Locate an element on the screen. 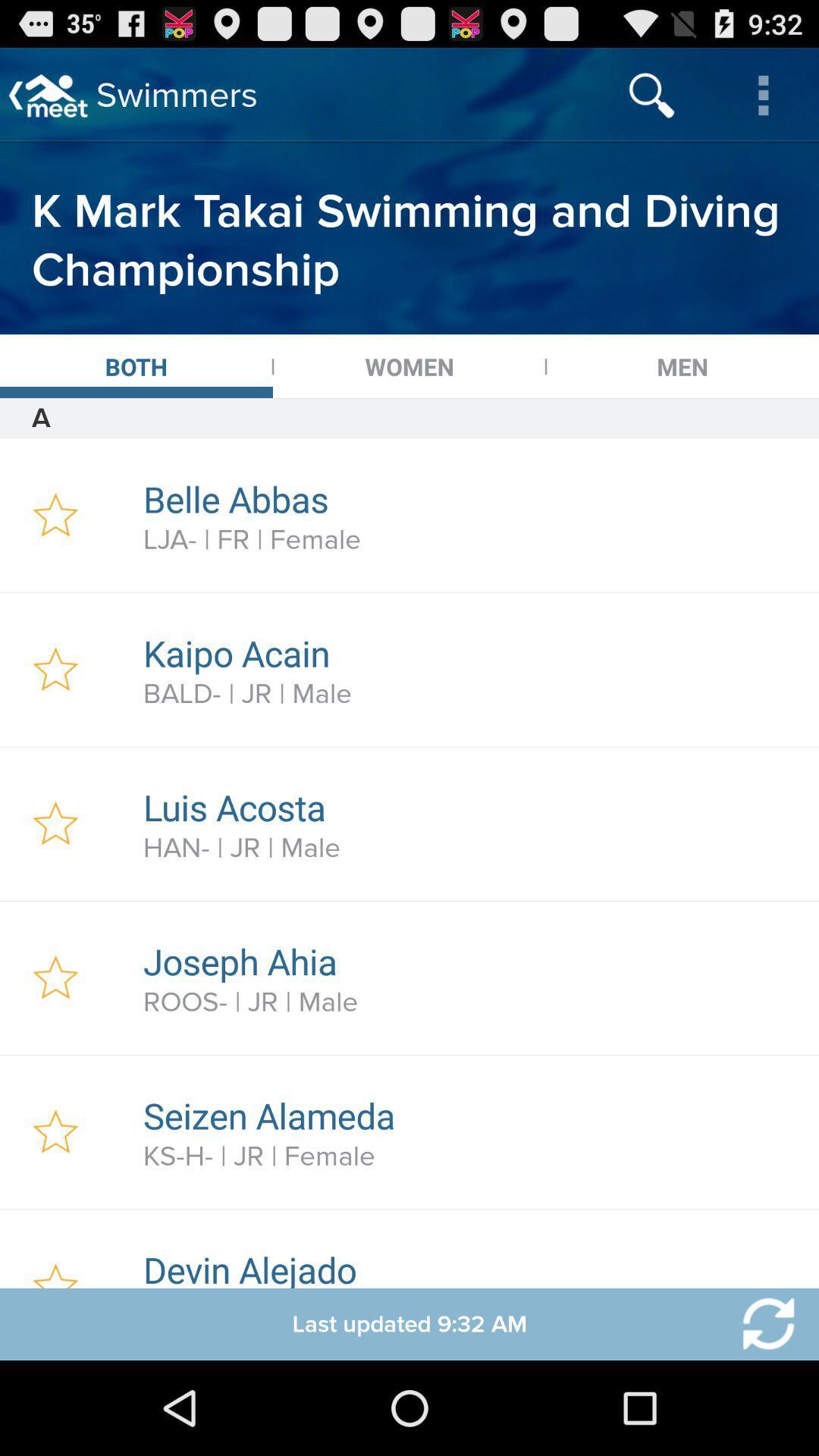 This screenshot has width=819, height=1456. flag your favorite swimmer is located at coordinates (55, 1132).